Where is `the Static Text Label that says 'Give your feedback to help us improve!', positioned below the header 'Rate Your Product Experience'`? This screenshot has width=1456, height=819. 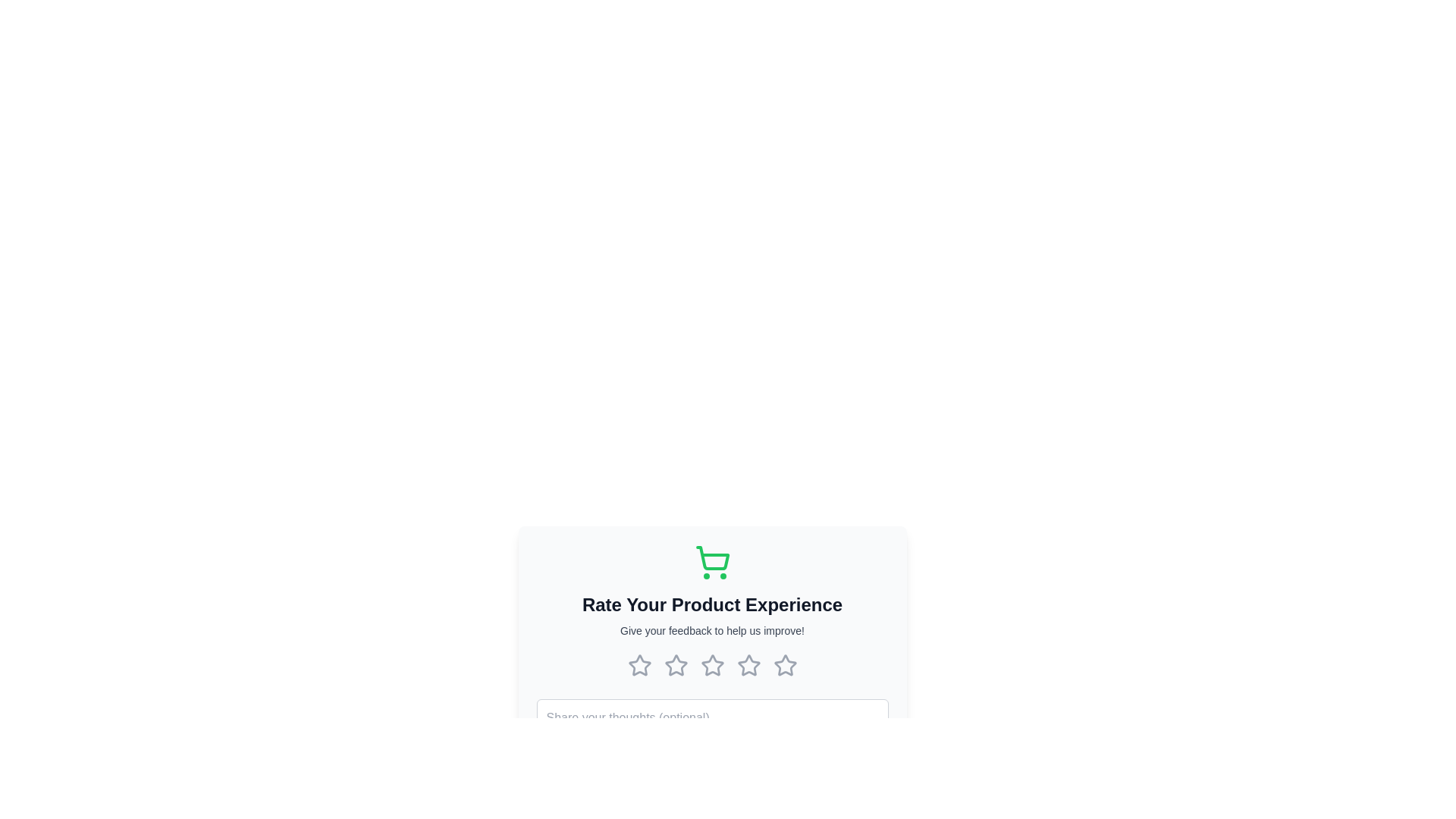 the Static Text Label that says 'Give your feedback to help us improve!', positioned below the header 'Rate Your Product Experience' is located at coordinates (711, 631).